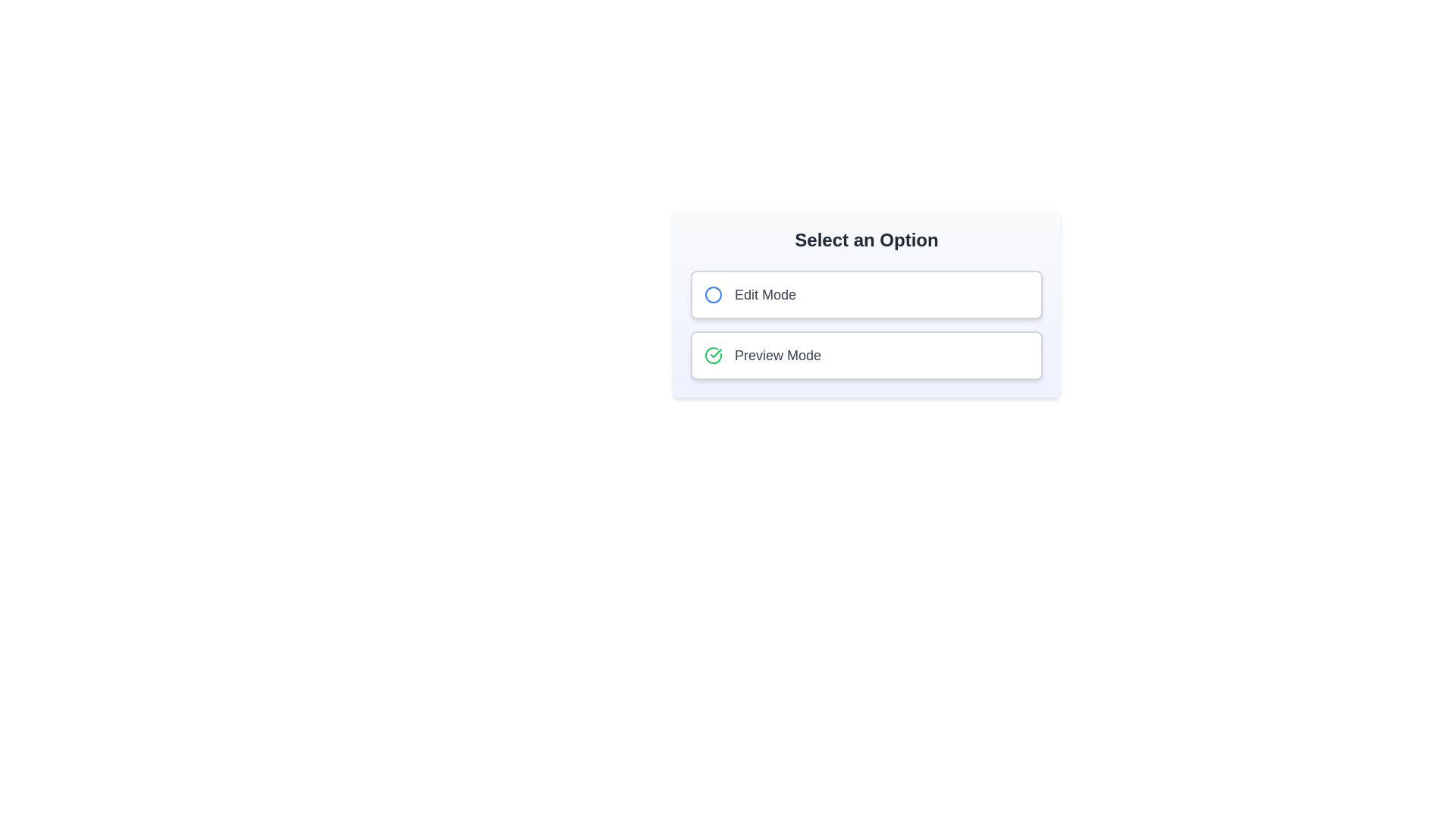  What do you see at coordinates (712, 295) in the screenshot?
I see `the blue circular icon with a hollow center located to the immediate left of the text 'Edit Mode' in the selectable list` at bounding box center [712, 295].